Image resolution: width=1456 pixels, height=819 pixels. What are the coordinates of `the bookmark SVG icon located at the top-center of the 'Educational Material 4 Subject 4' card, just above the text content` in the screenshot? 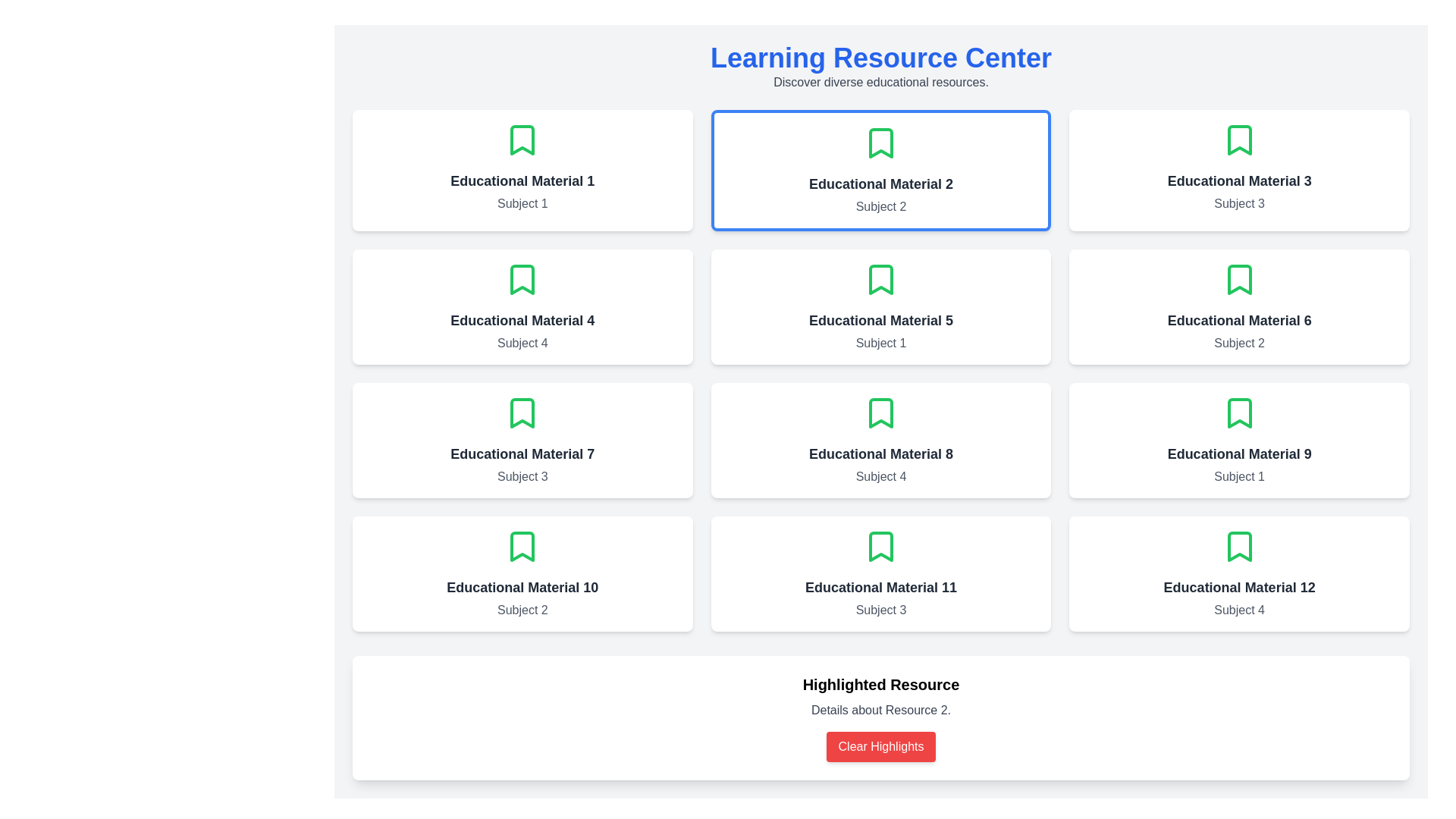 It's located at (522, 280).